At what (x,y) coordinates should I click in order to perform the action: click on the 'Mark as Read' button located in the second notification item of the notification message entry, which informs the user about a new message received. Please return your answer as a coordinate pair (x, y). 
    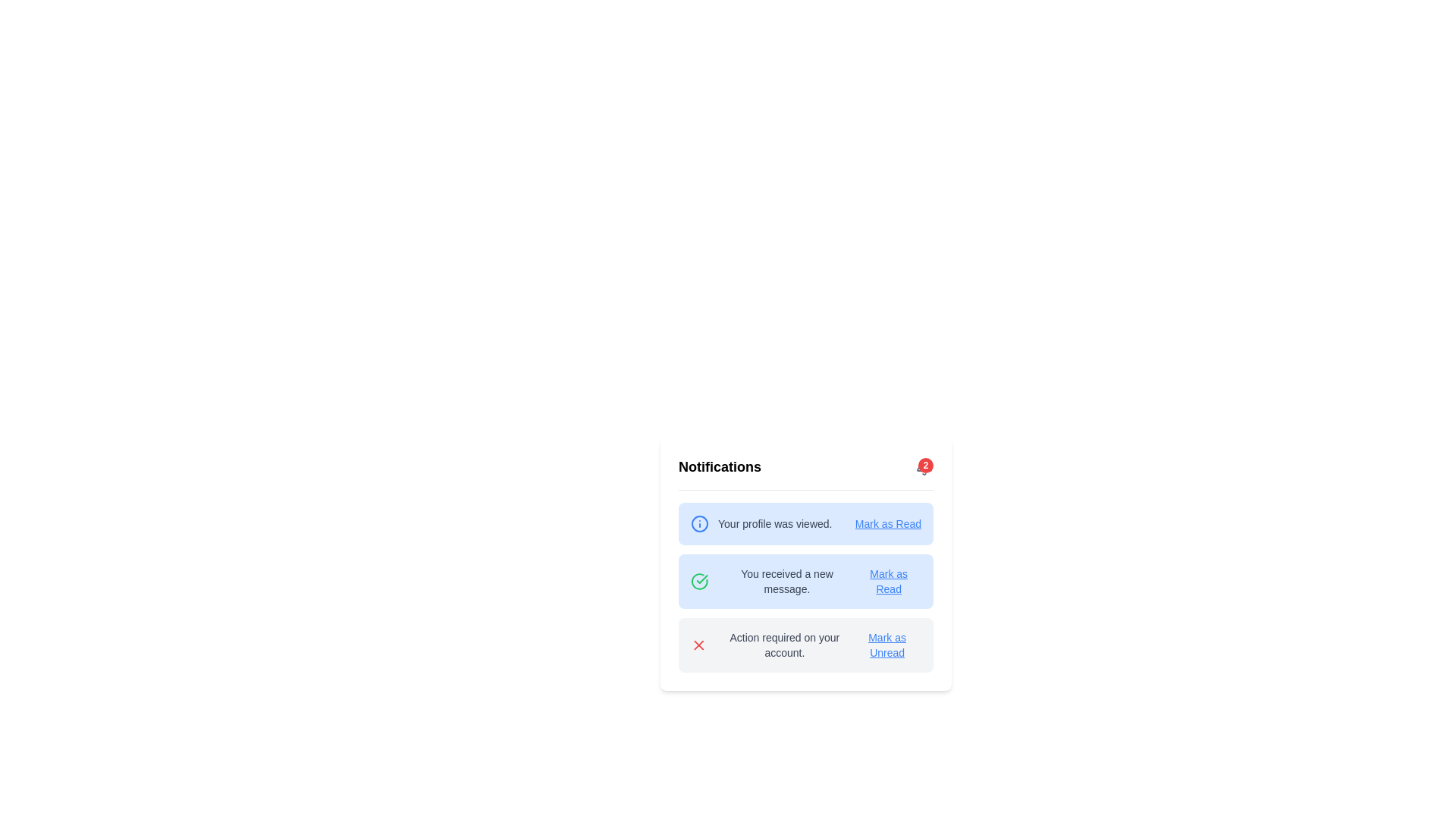
    Looking at the image, I should click on (865, 610).